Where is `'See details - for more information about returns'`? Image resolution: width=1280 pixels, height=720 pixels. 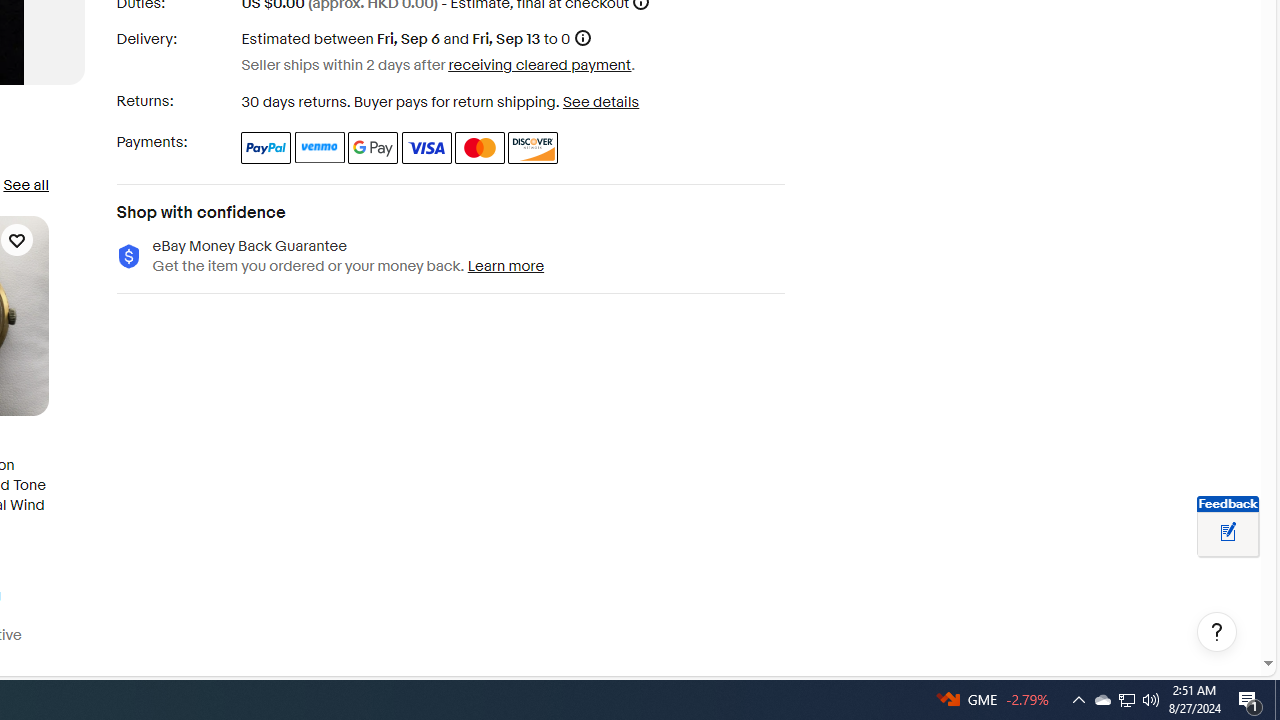
'See details - for more information about returns' is located at coordinates (599, 102).